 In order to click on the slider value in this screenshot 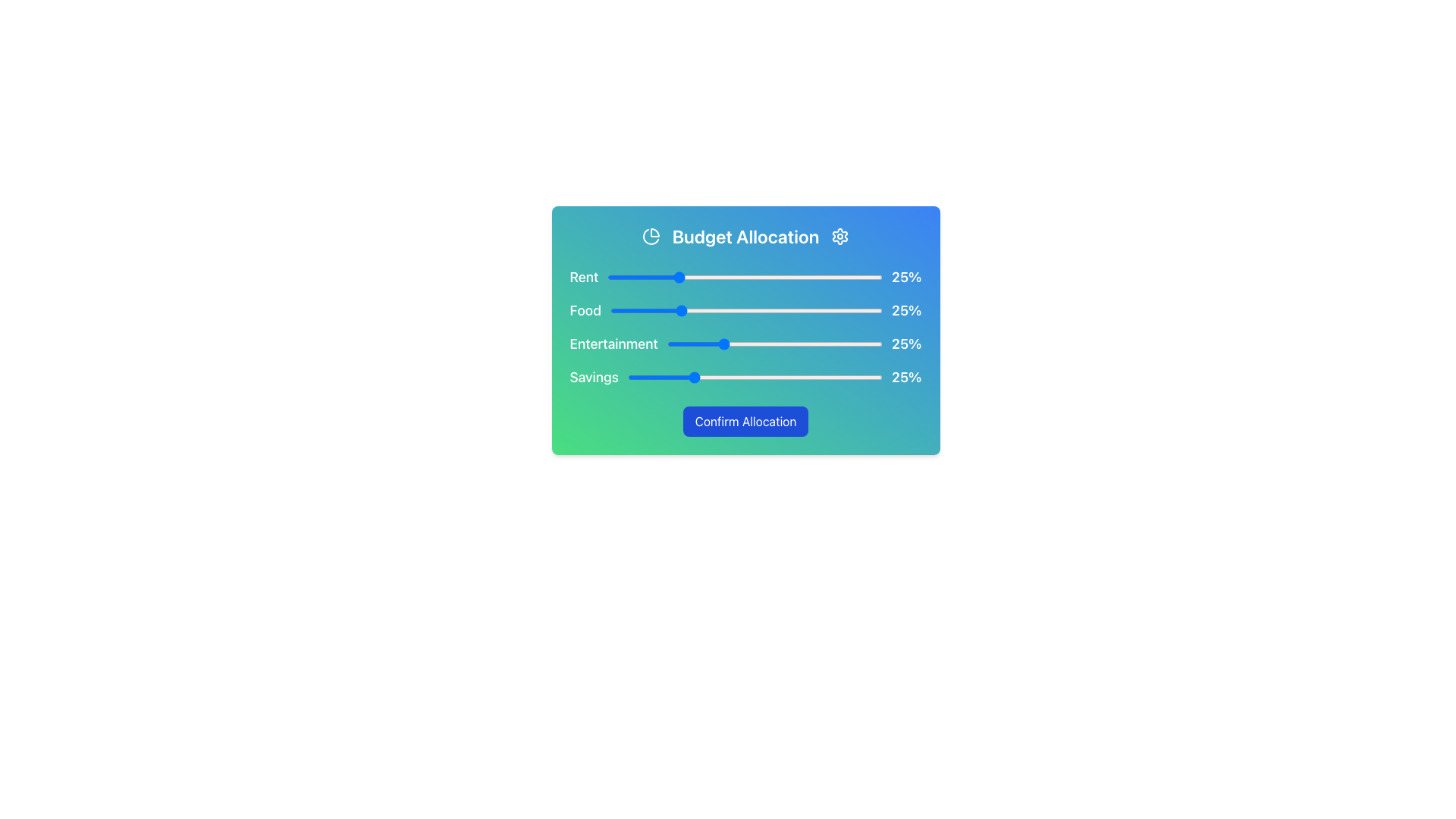, I will do `click(692, 278)`.